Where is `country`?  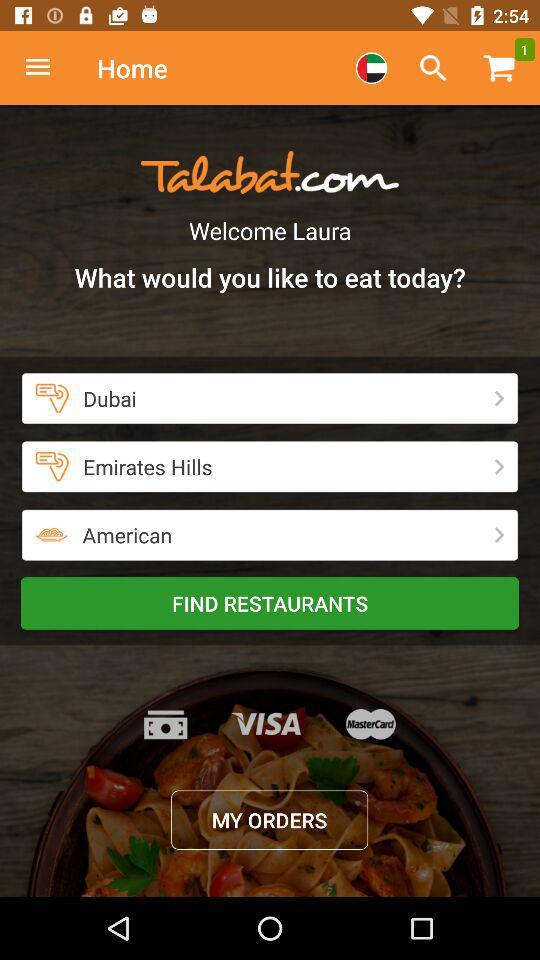 country is located at coordinates (370, 68).